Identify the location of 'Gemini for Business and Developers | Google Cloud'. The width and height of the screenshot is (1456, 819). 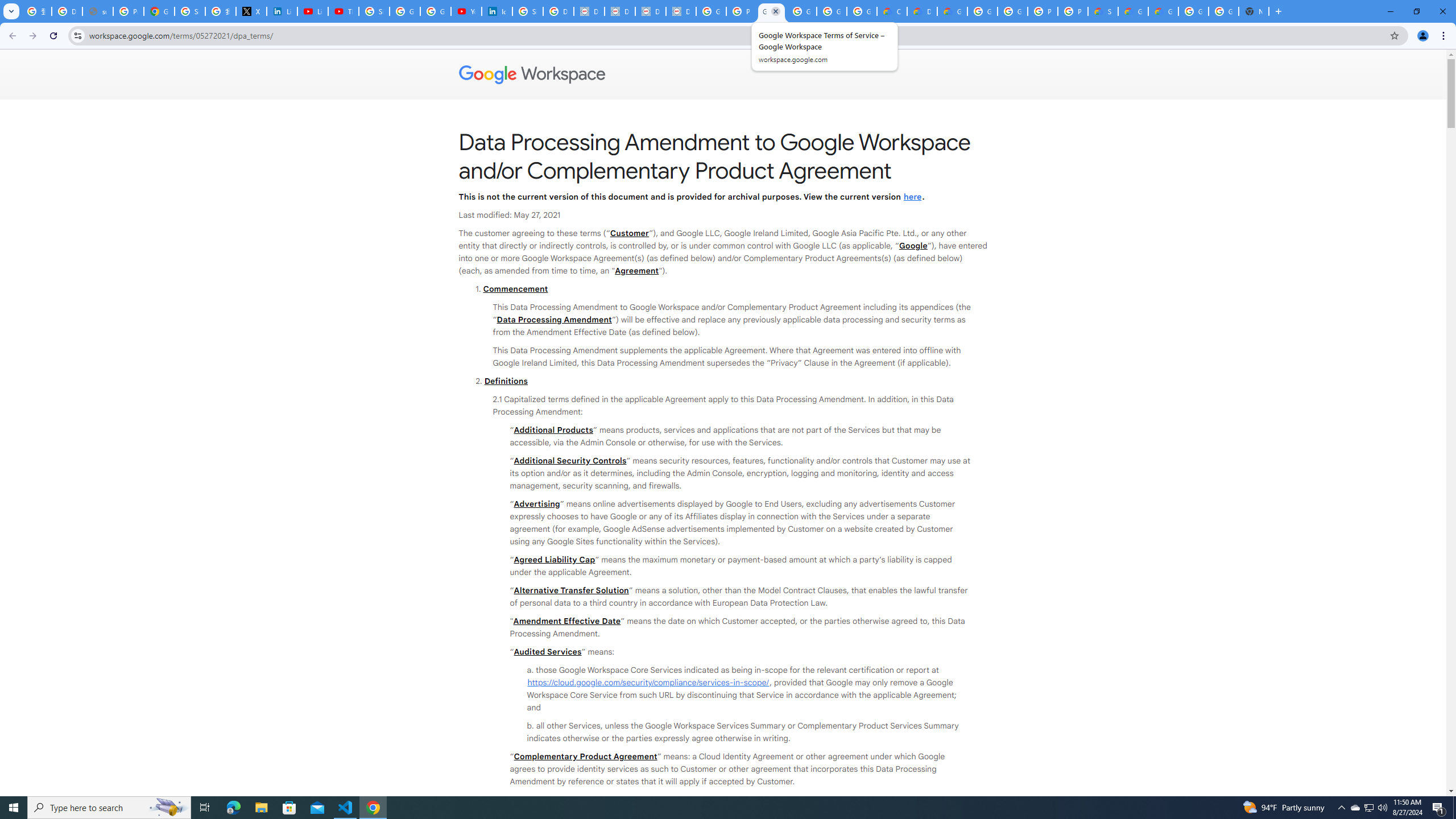
(952, 11).